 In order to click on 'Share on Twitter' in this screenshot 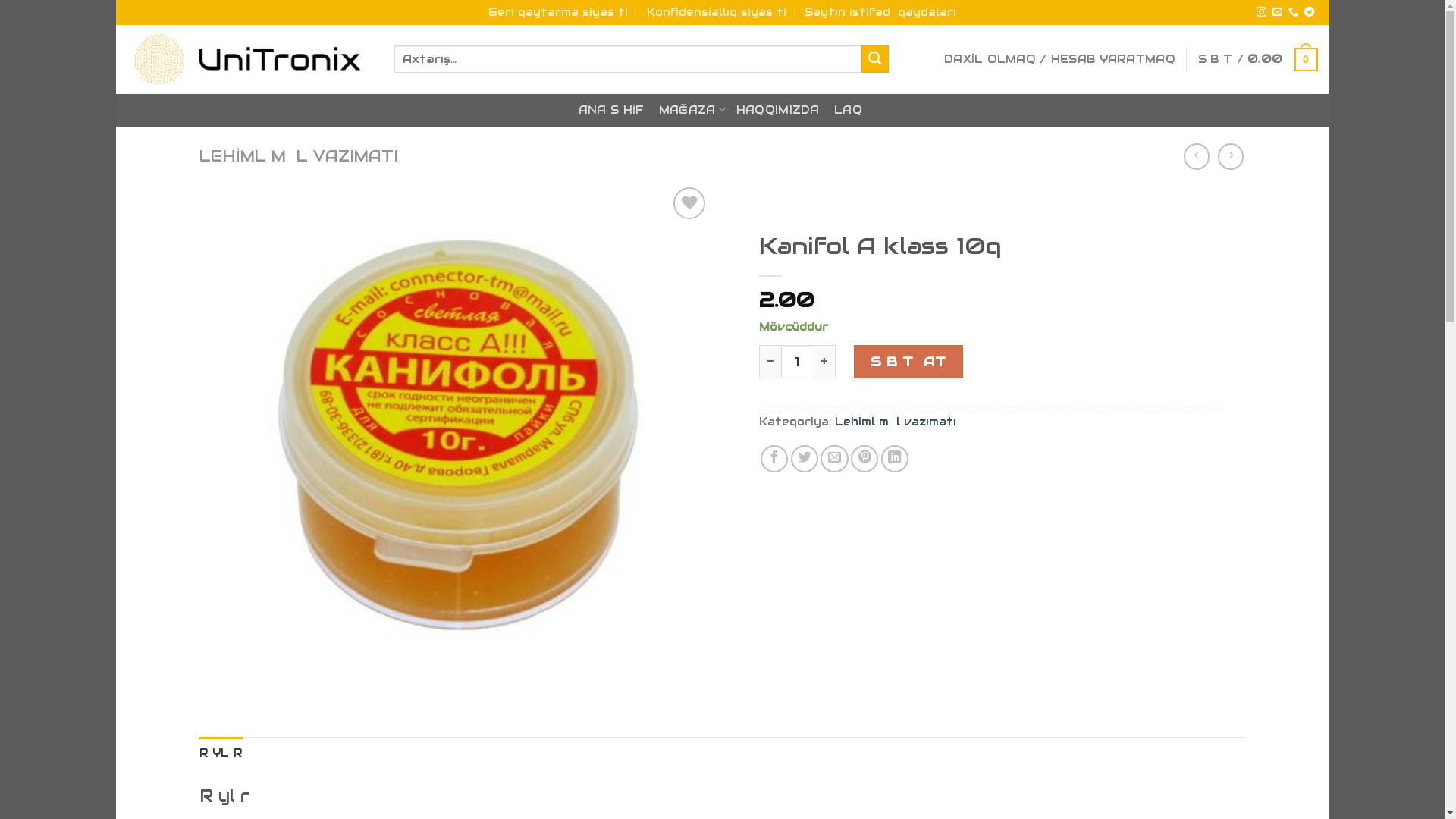, I will do `click(803, 458)`.